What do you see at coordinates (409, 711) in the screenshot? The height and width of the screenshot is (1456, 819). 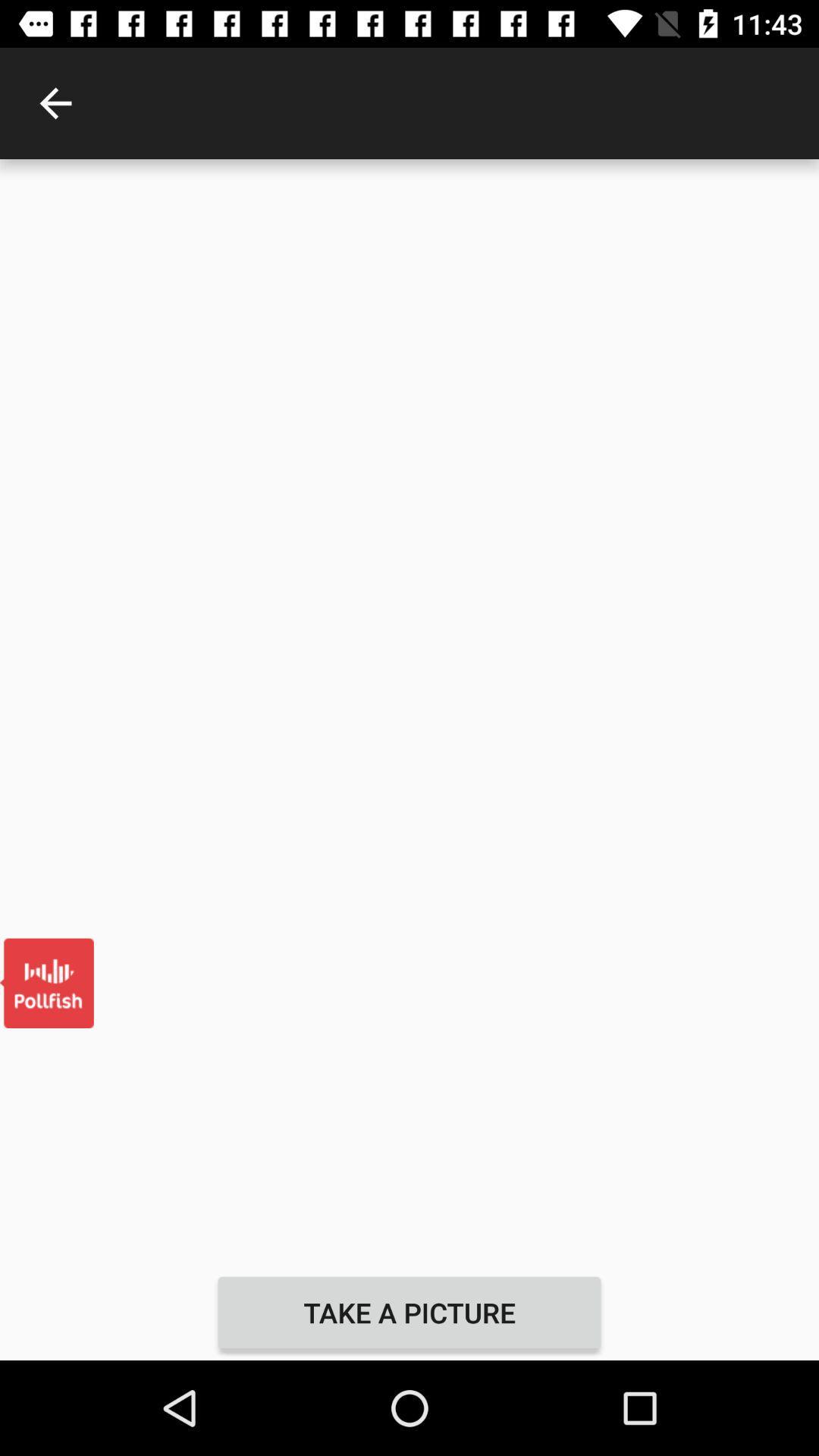 I see `the item at the center` at bounding box center [409, 711].